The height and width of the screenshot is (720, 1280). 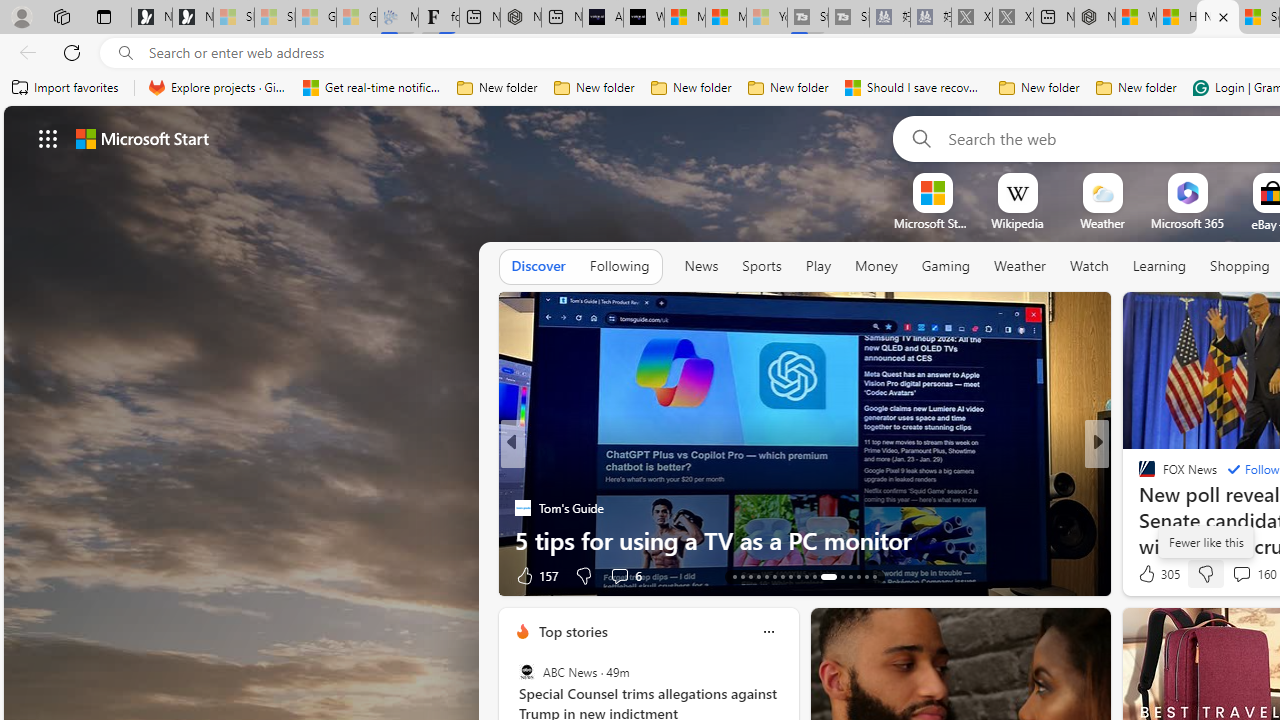 What do you see at coordinates (1234, 575) in the screenshot?
I see `'View comments 107 Comment'` at bounding box center [1234, 575].